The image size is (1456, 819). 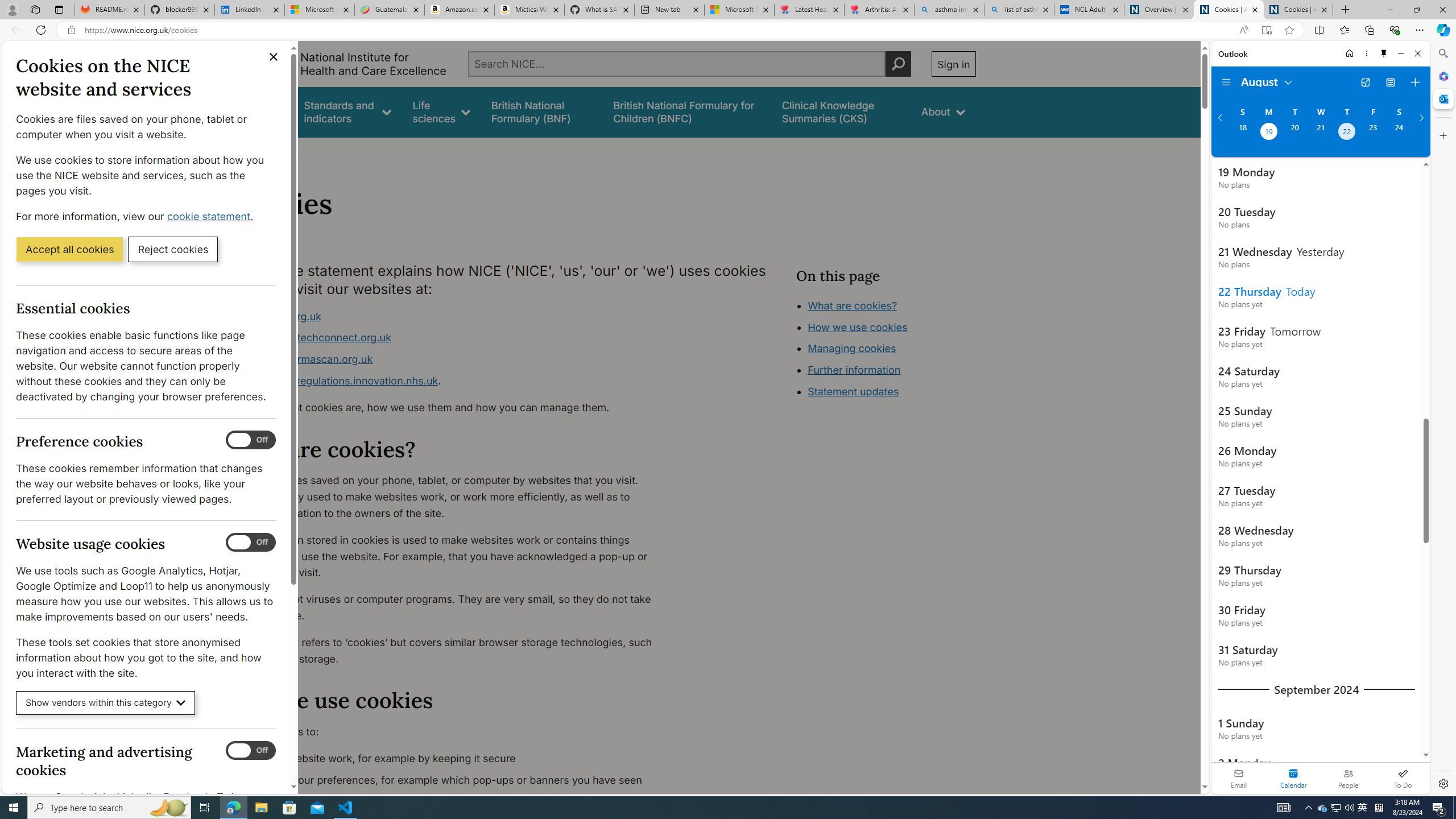 I want to click on 'August', so click(x=1267, y=80).